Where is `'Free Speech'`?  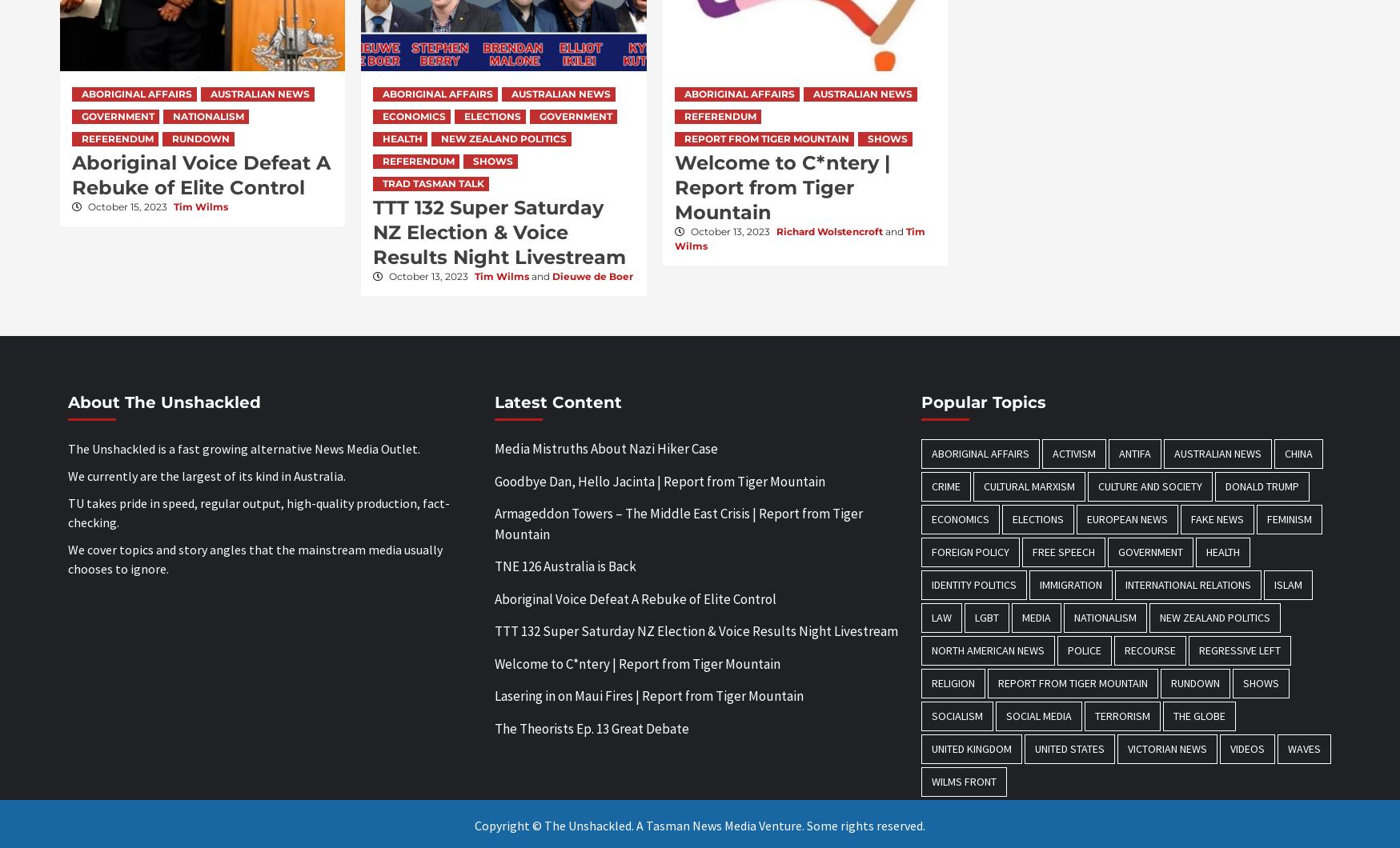 'Free Speech' is located at coordinates (1064, 550).